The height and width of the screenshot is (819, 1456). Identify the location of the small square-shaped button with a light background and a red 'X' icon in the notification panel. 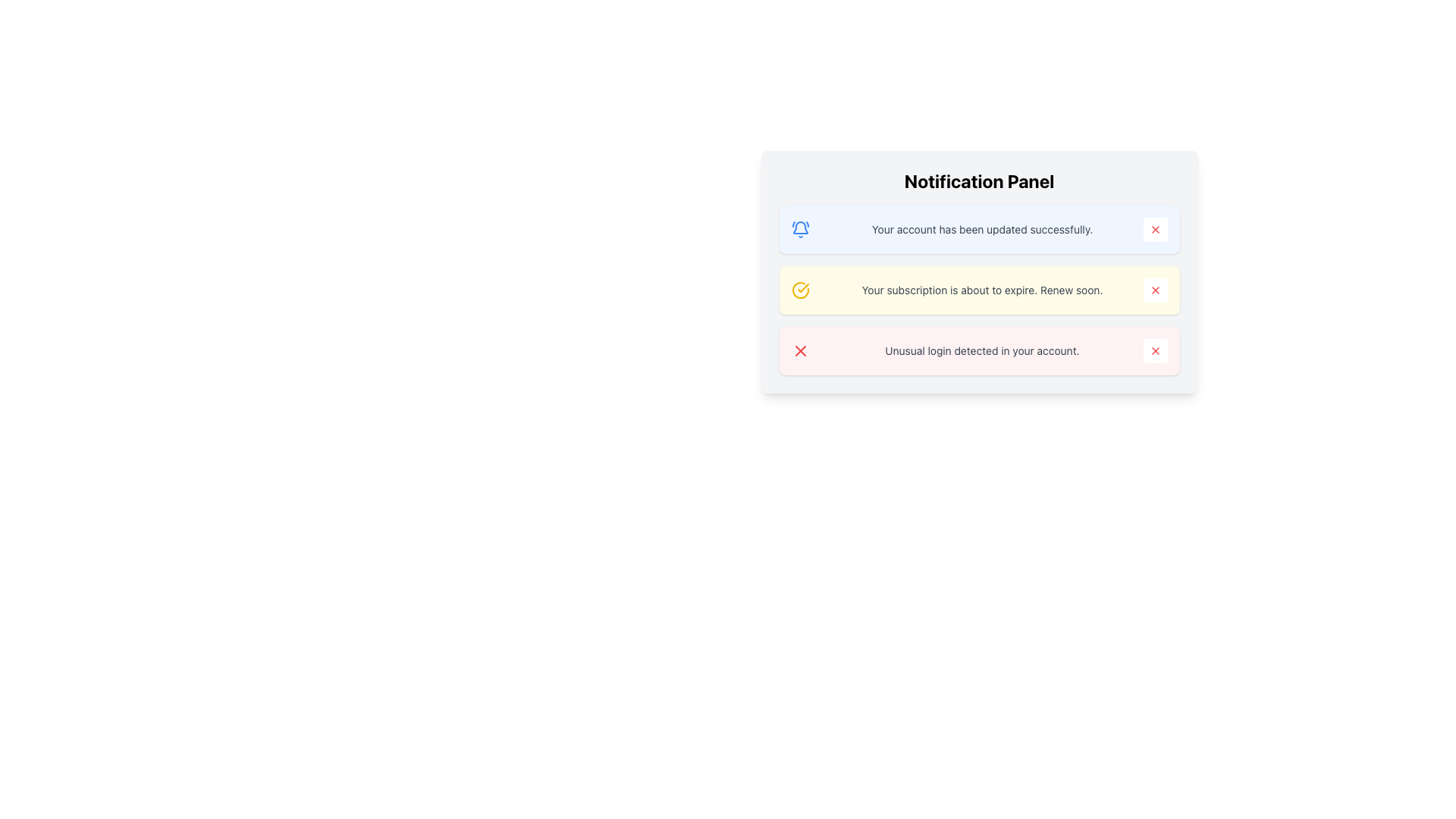
(1154, 290).